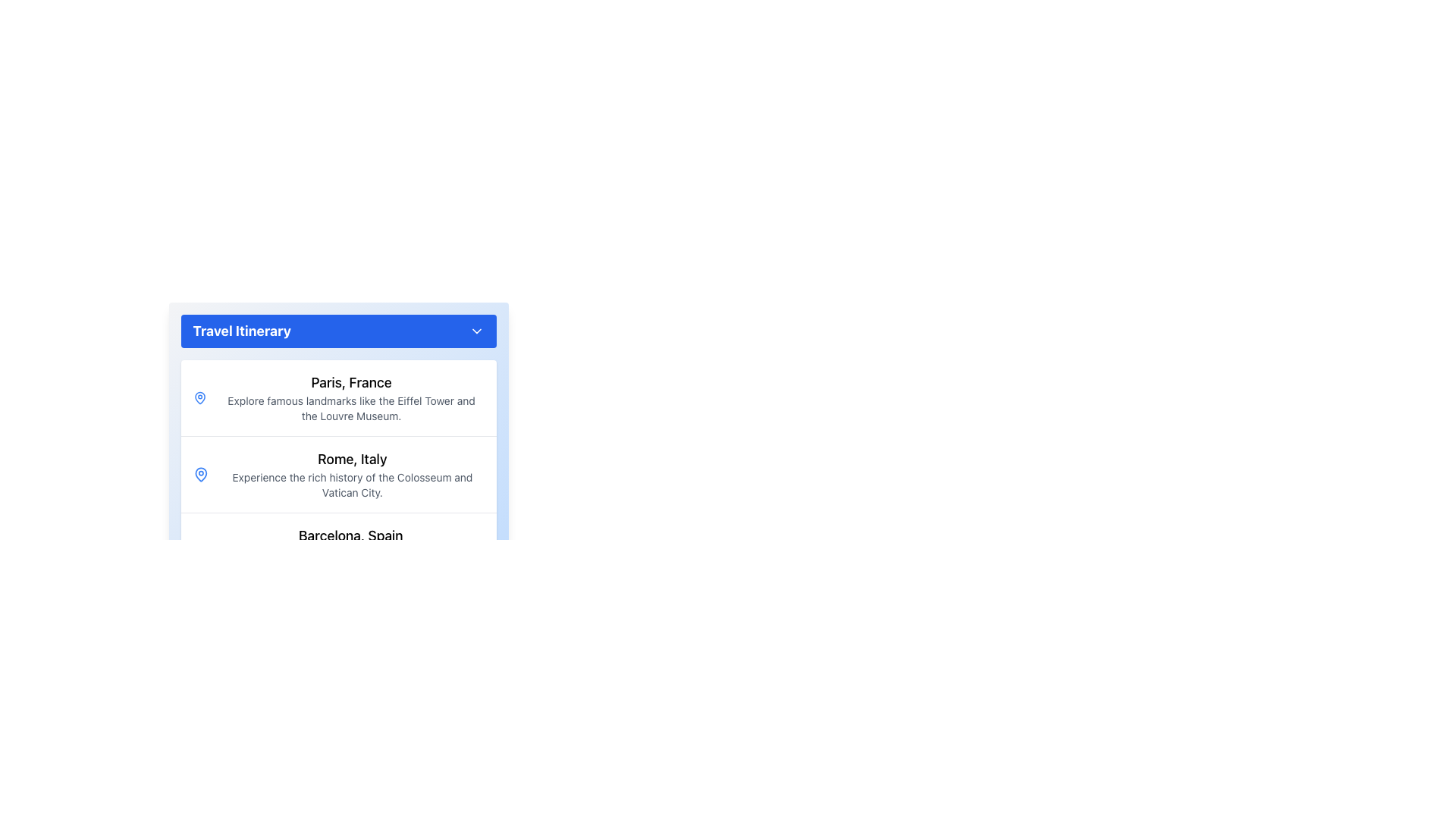 The width and height of the screenshot is (1456, 819). I want to click on the travel destination section that displays information about 'Rome, Italy', which is the second section in the vertical list of places, so click(337, 451).